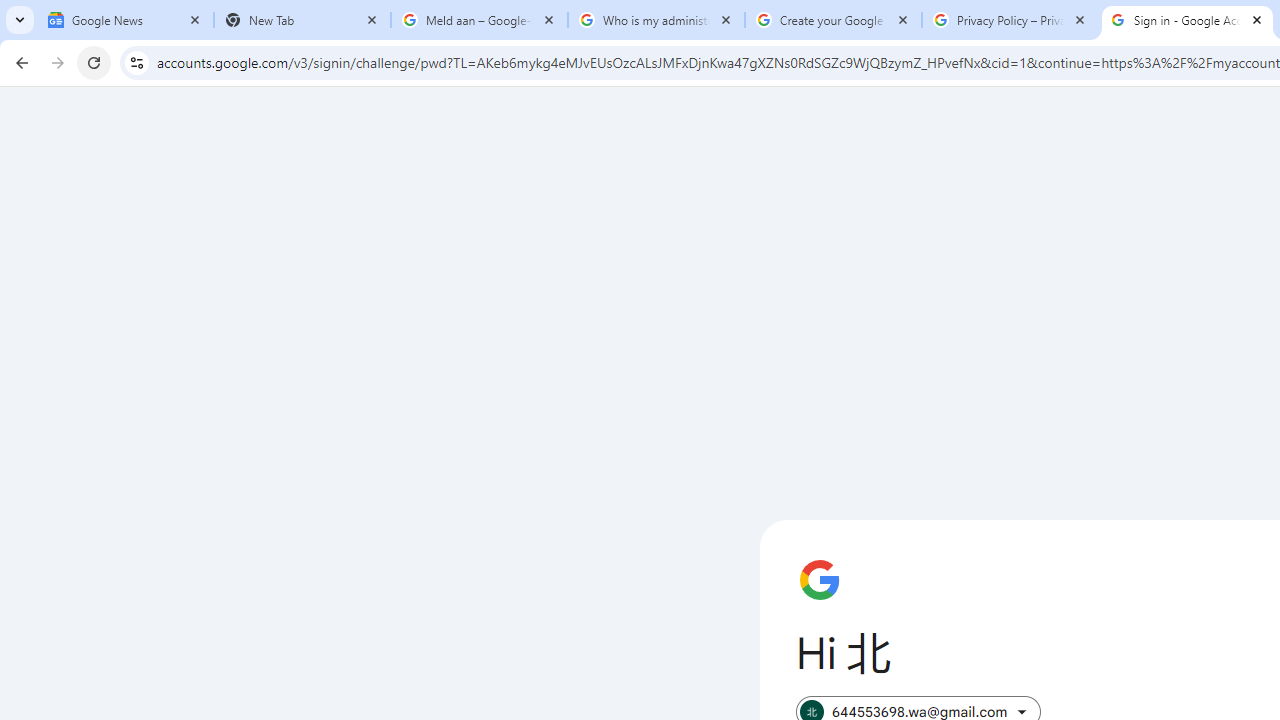 The width and height of the screenshot is (1280, 720). I want to click on 'New Tab', so click(301, 20).